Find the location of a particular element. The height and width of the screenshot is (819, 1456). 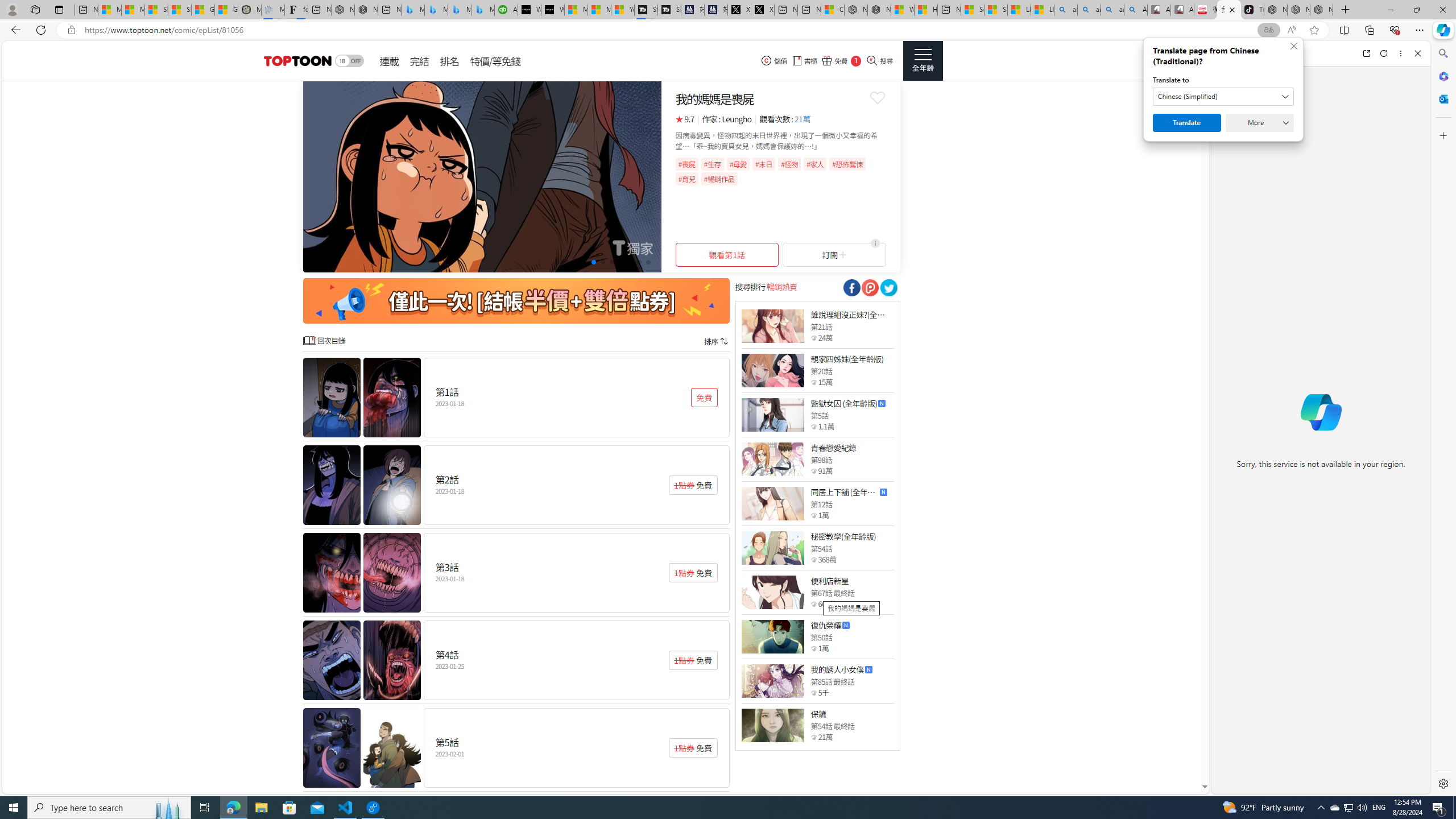

'Huge shark washes ashore at New York City beach | Watch' is located at coordinates (925, 9).